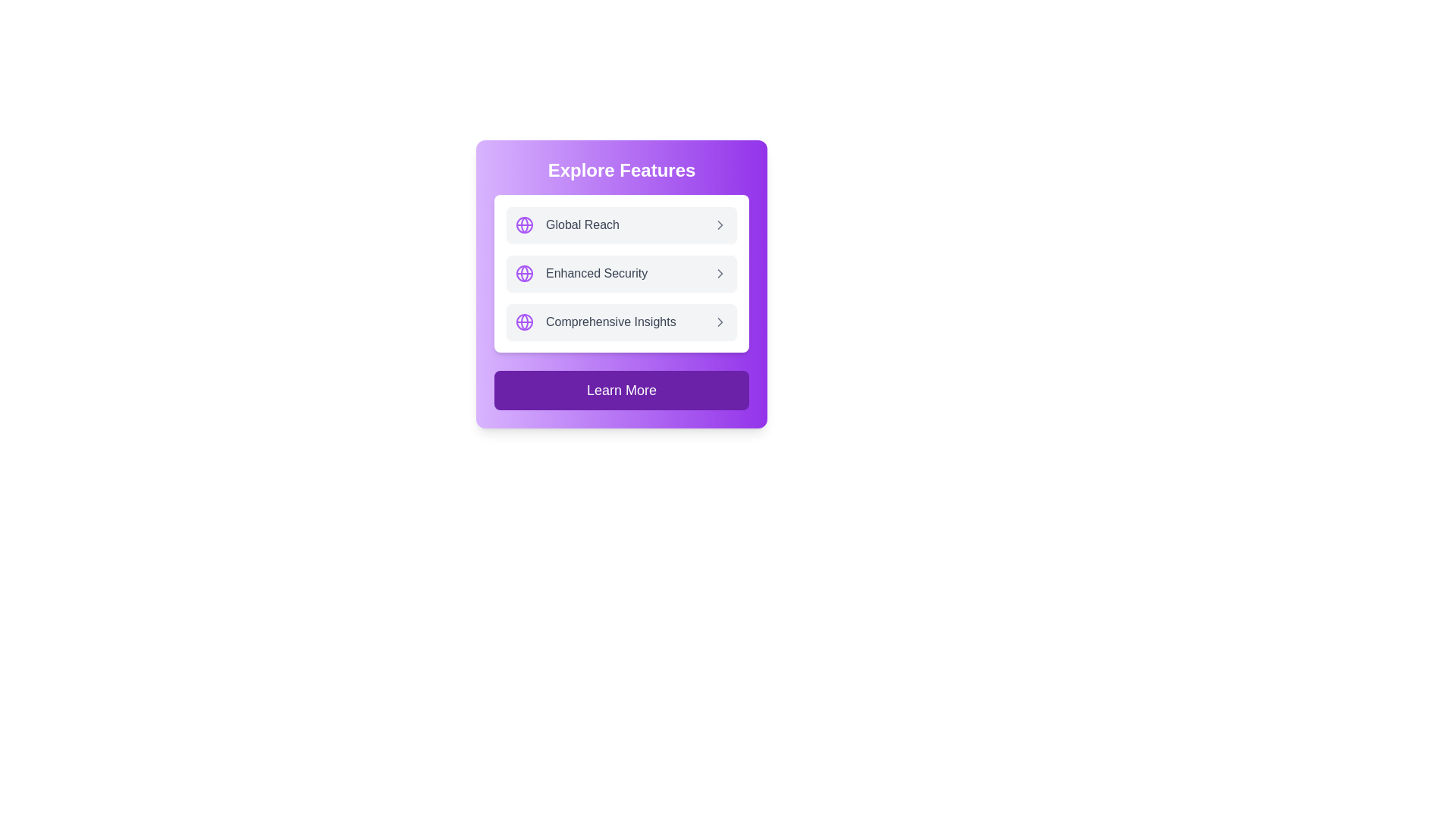 The width and height of the screenshot is (1456, 819). What do you see at coordinates (720, 321) in the screenshot?
I see `the chevron icon located at the far-right position of the 'Comprehensive Insights' list item` at bounding box center [720, 321].